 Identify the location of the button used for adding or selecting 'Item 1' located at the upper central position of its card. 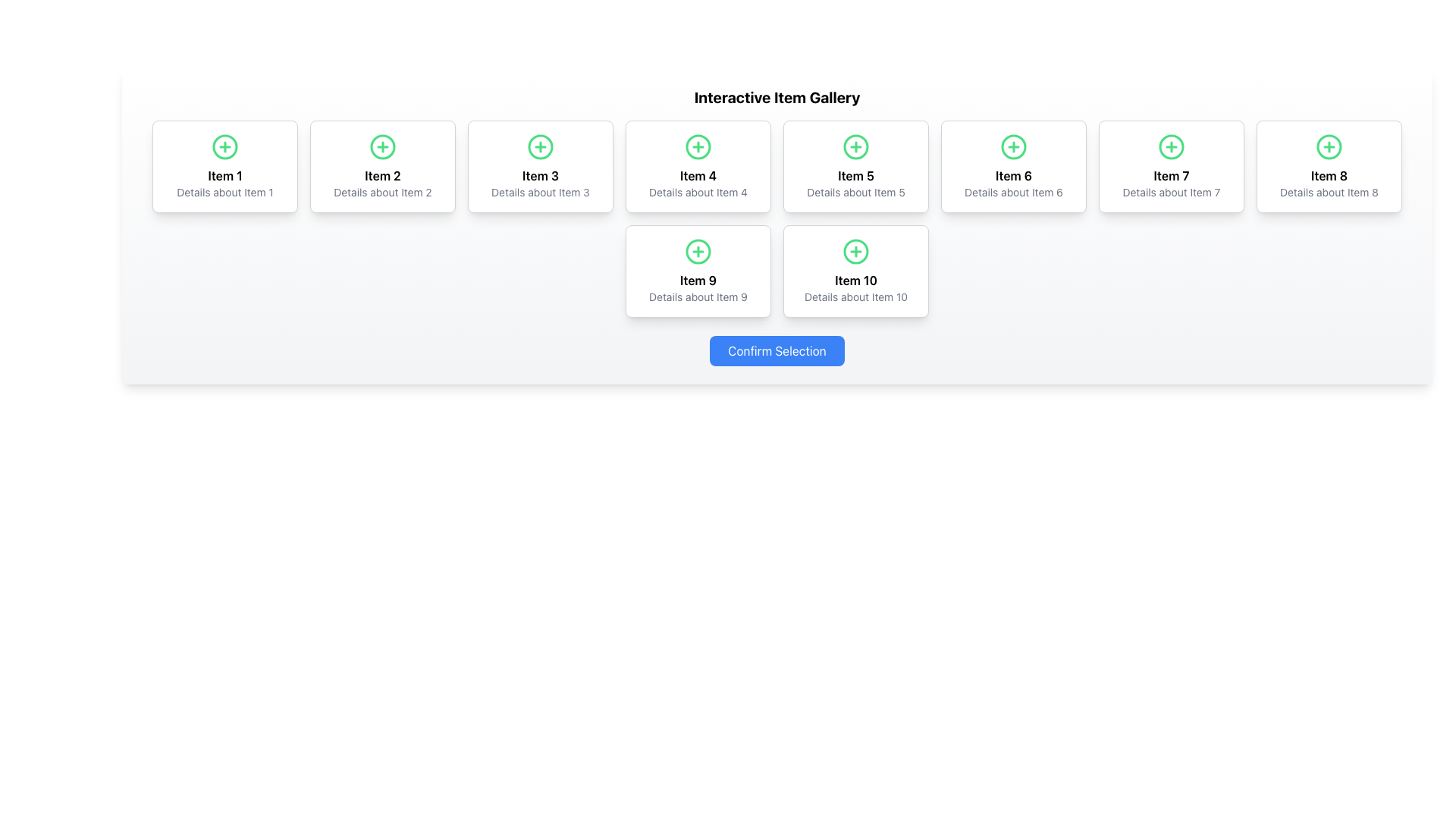
(224, 146).